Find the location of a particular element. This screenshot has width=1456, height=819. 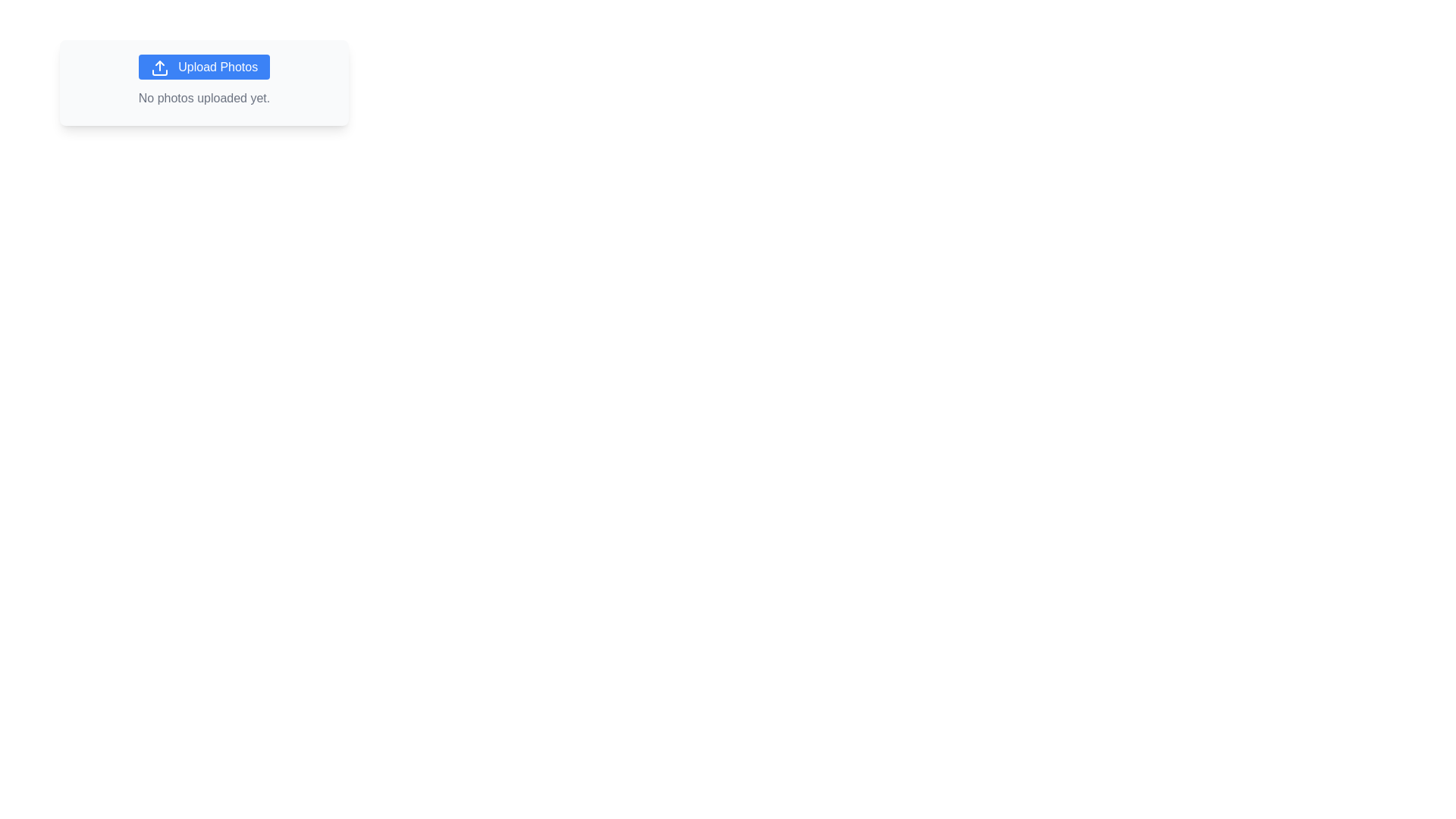

the 'Upload Photos' button which has a blue background and white text to change its background color is located at coordinates (203, 66).